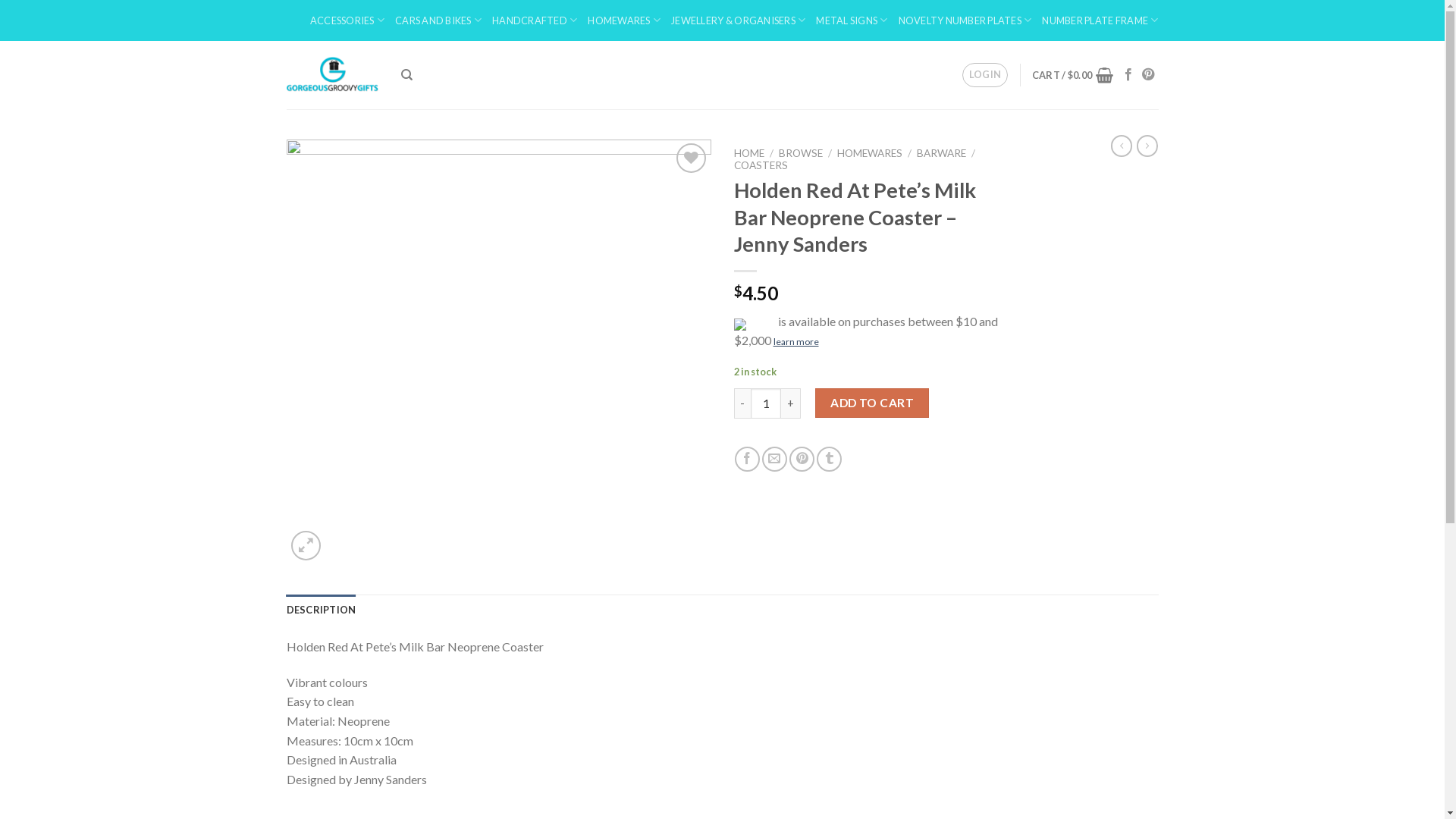 The width and height of the screenshot is (1456, 819). I want to click on 'HANDCRAFTED', so click(535, 20).